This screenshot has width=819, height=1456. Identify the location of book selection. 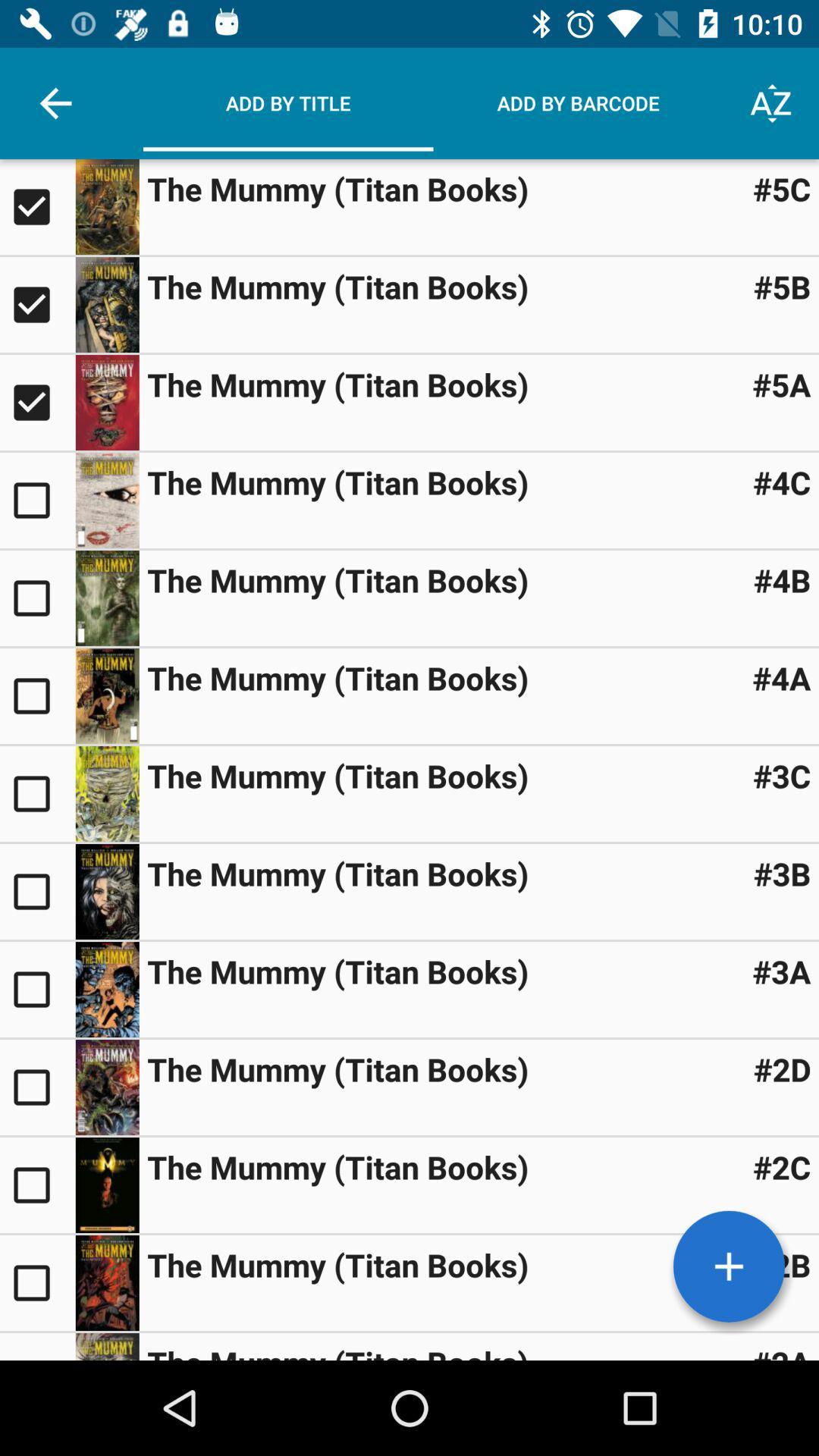
(106, 500).